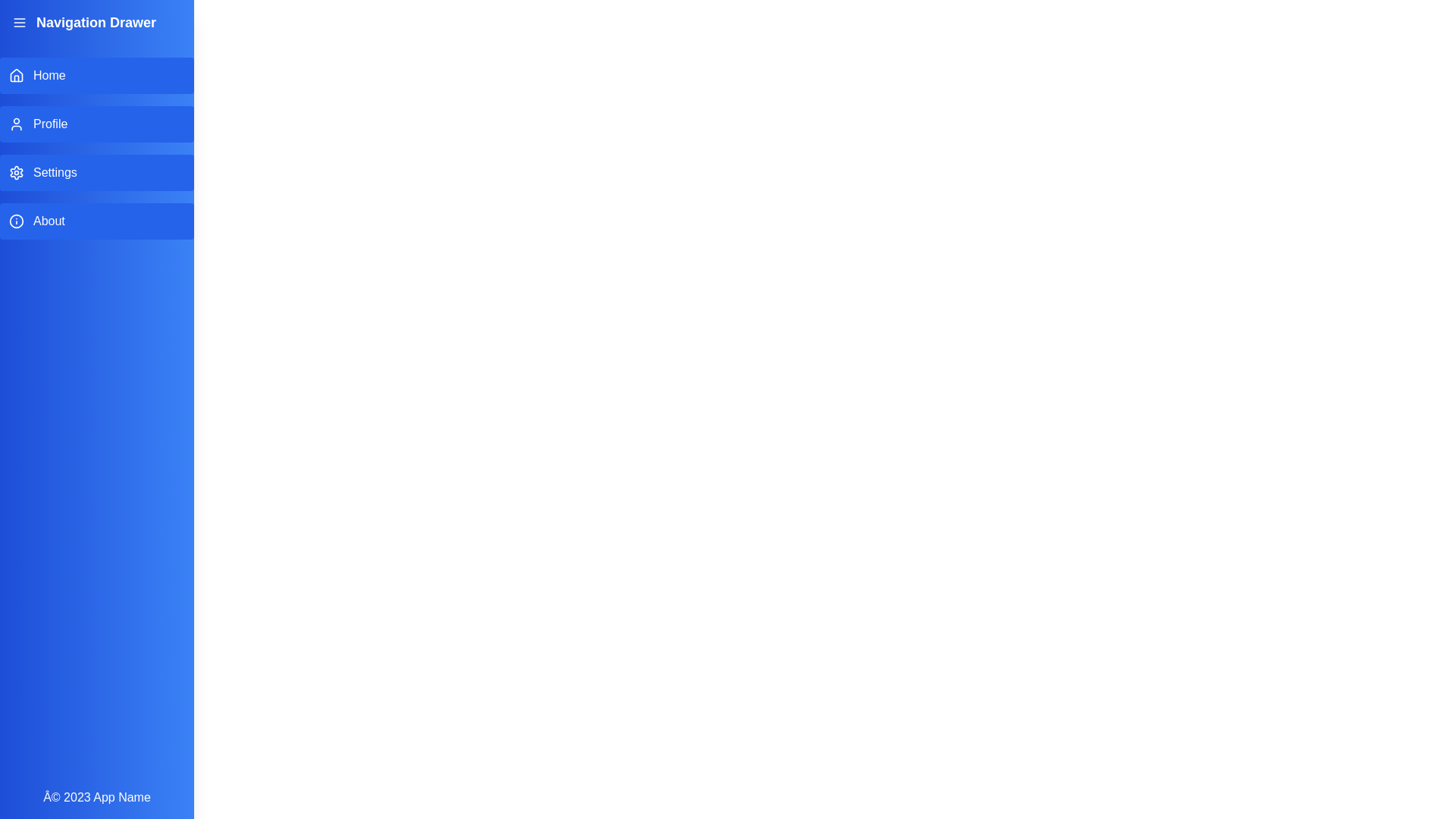 This screenshot has height=819, width=1456. What do you see at coordinates (17, 75) in the screenshot?
I see `the house icon SVG element located in the navigation drawer next to the 'Home' label` at bounding box center [17, 75].